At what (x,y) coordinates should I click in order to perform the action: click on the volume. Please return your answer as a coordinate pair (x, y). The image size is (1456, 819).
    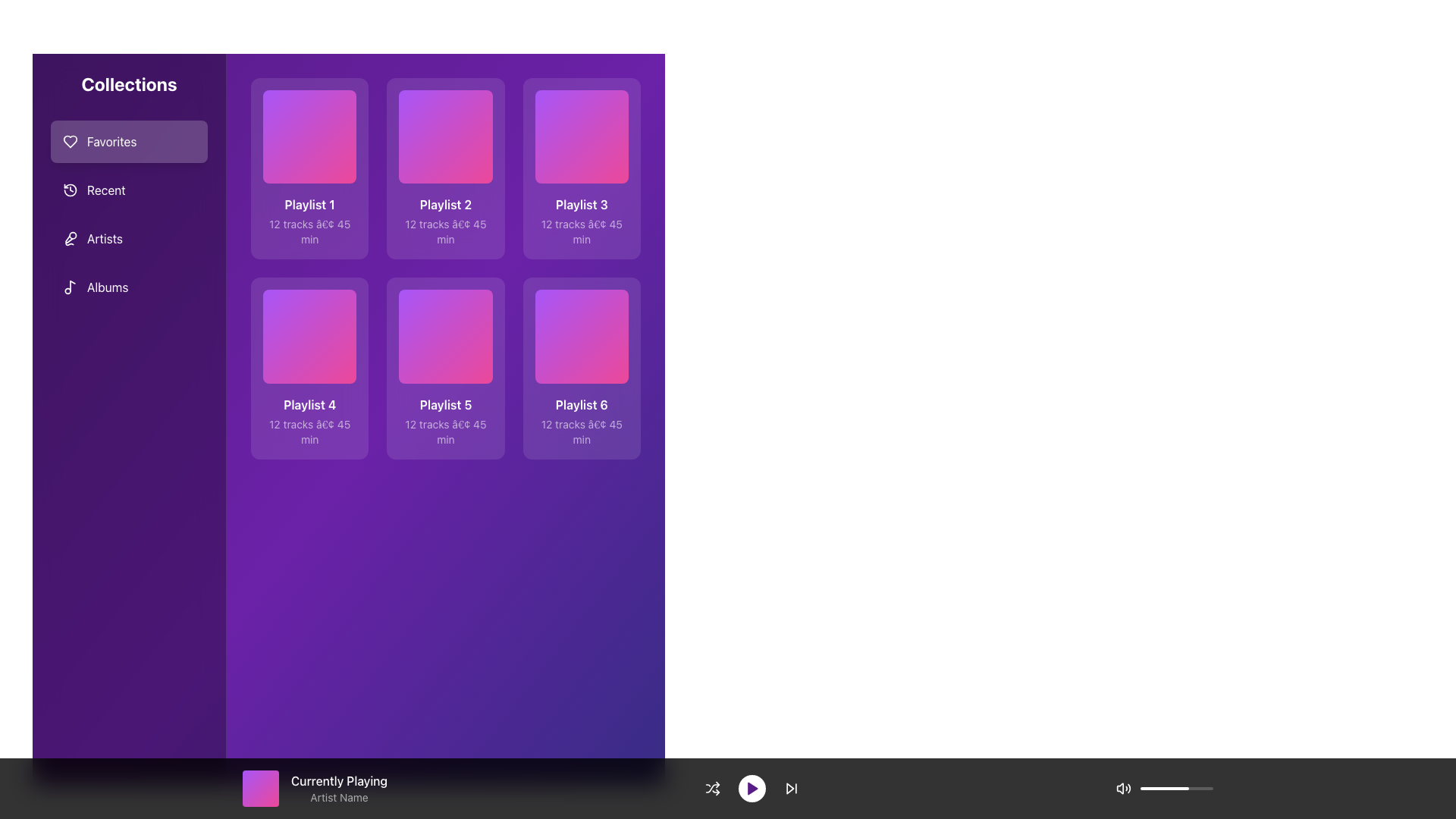
    Looking at the image, I should click on (1140, 788).